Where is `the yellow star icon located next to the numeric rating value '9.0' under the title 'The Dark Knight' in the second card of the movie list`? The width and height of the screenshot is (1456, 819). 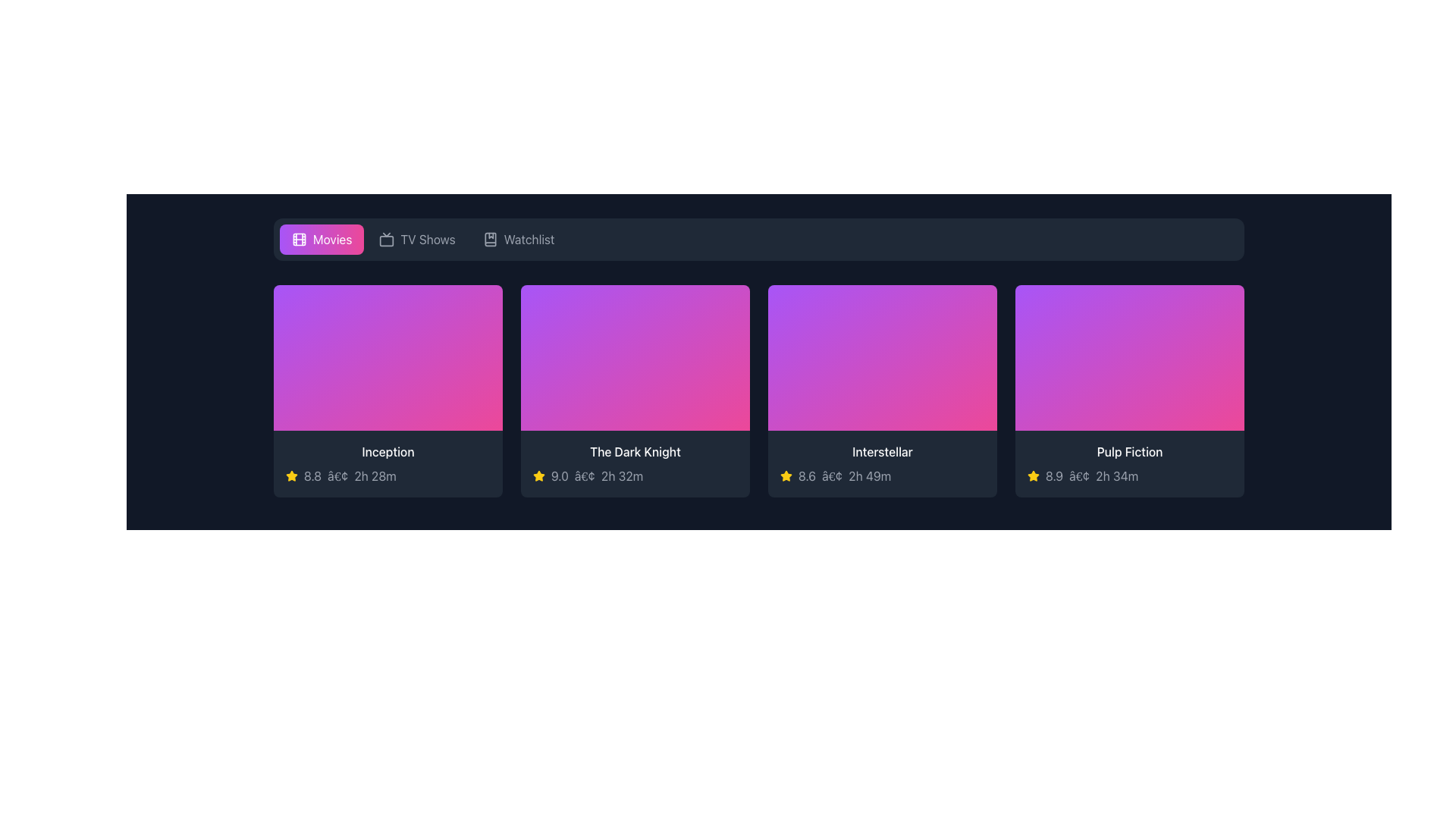 the yellow star icon located next to the numeric rating value '9.0' under the title 'The Dark Knight' in the second card of the movie list is located at coordinates (538, 475).